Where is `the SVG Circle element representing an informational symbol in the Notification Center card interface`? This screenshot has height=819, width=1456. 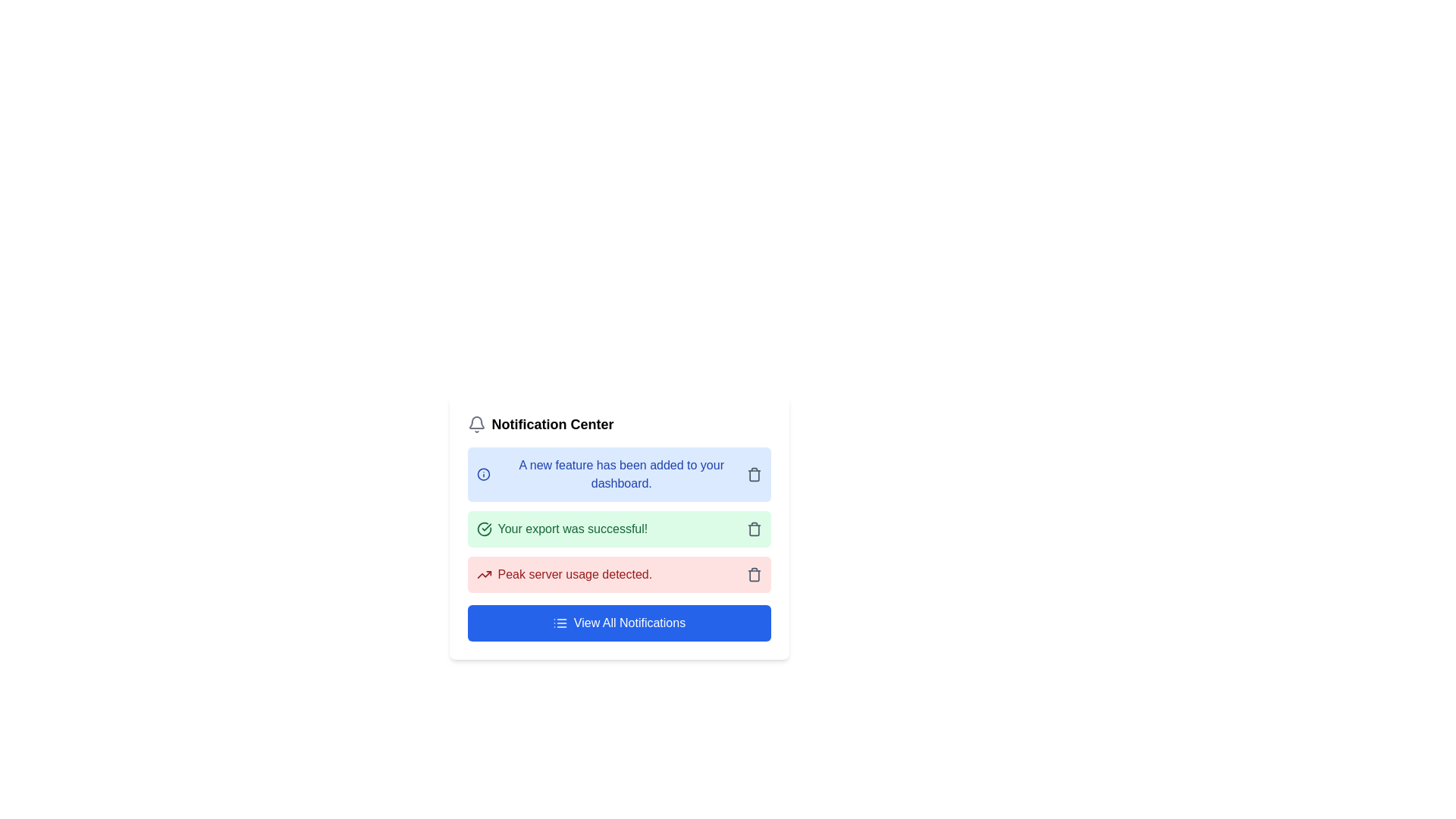 the SVG Circle element representing an informational symbol in the Notification Center card interface is located at coordinates (482, 473).